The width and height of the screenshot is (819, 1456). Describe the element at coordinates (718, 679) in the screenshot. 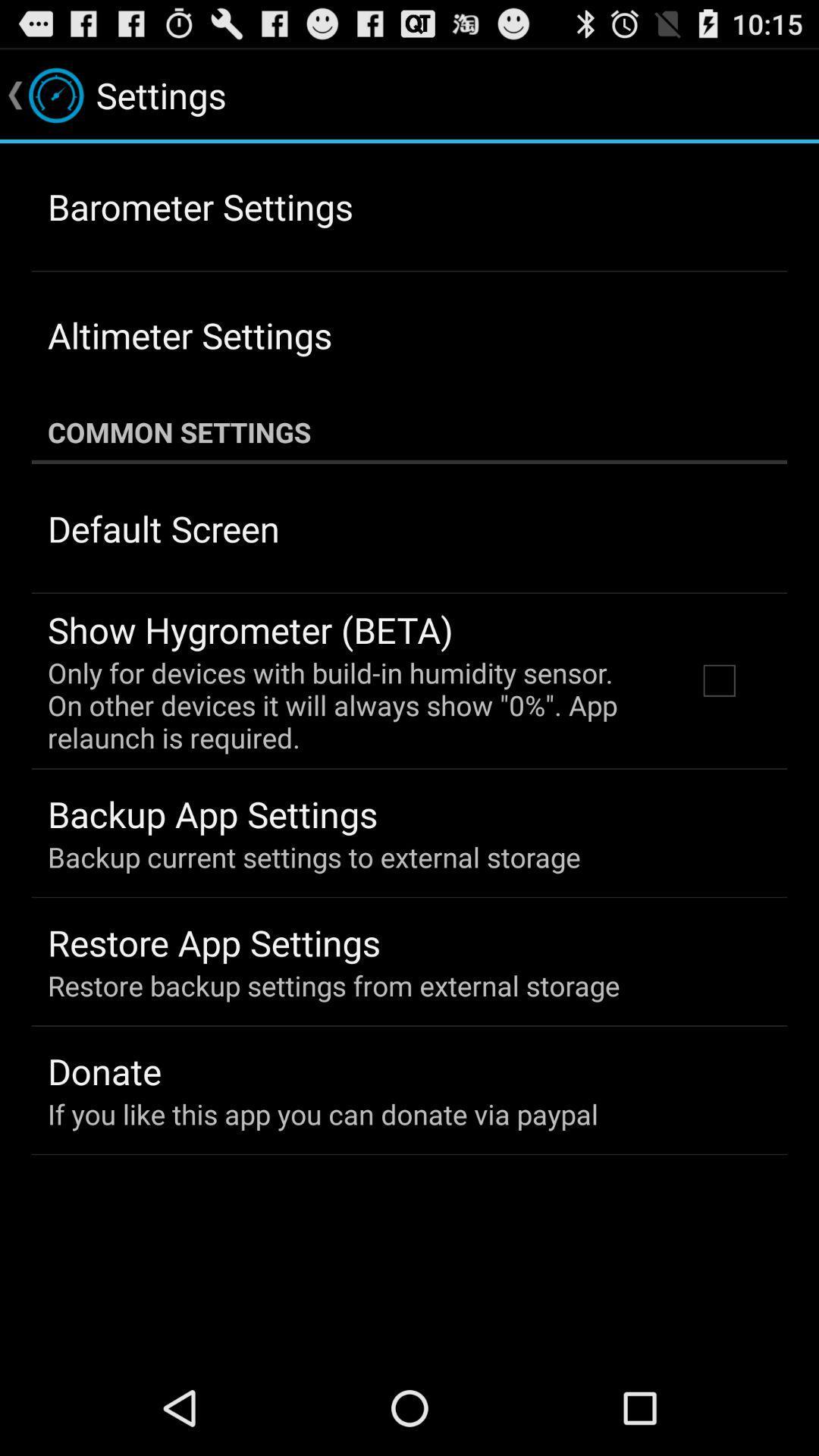

I see `the item below the common settings` at that location.